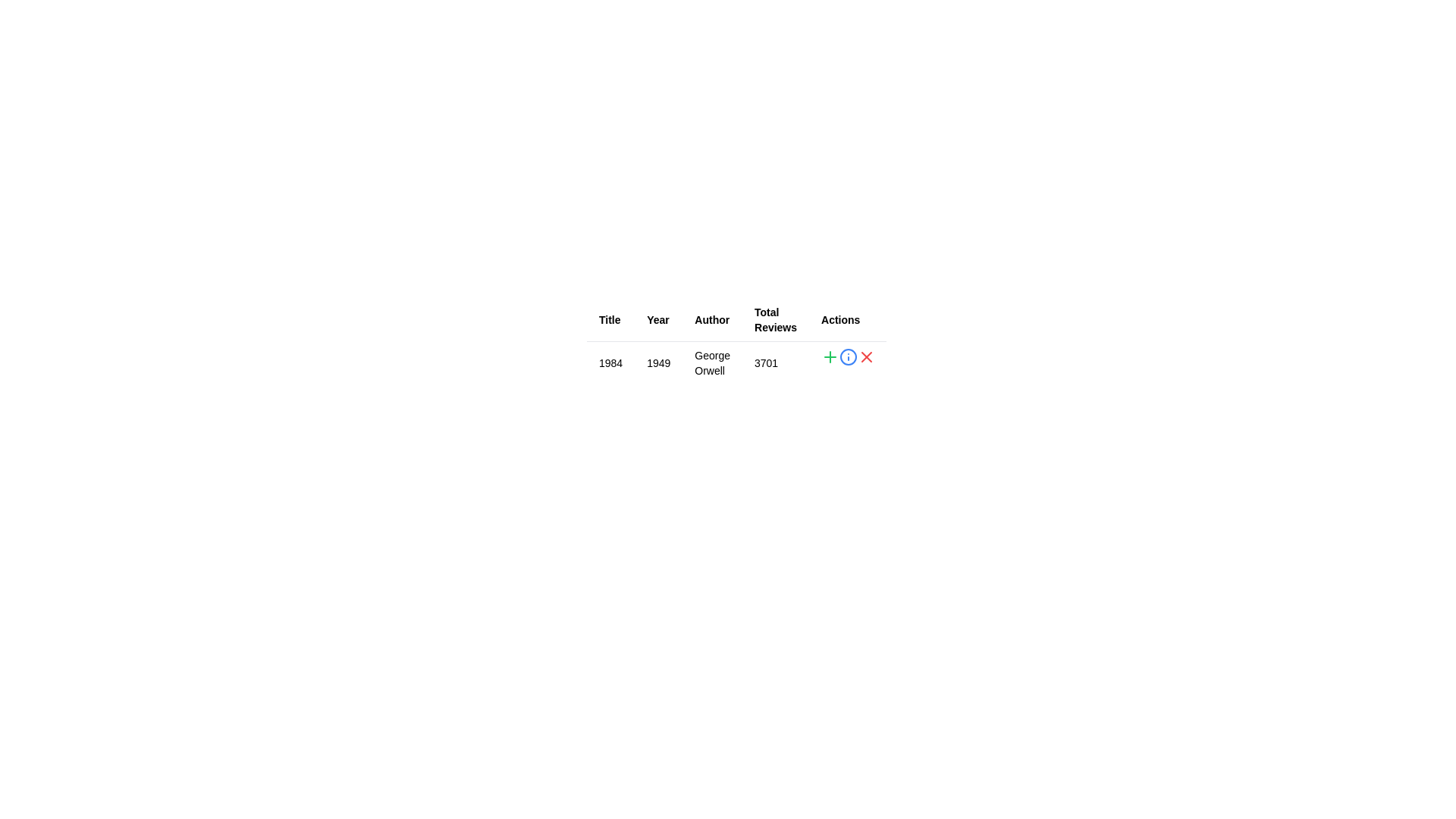 Image resolution: width=1456 pixels, height=819 pixels. What do you see at coordinates (610, 362) in the screenshot?
I see `the text label containing '1984' in the 'Title' column of the table` at bounding box center [610, 362].